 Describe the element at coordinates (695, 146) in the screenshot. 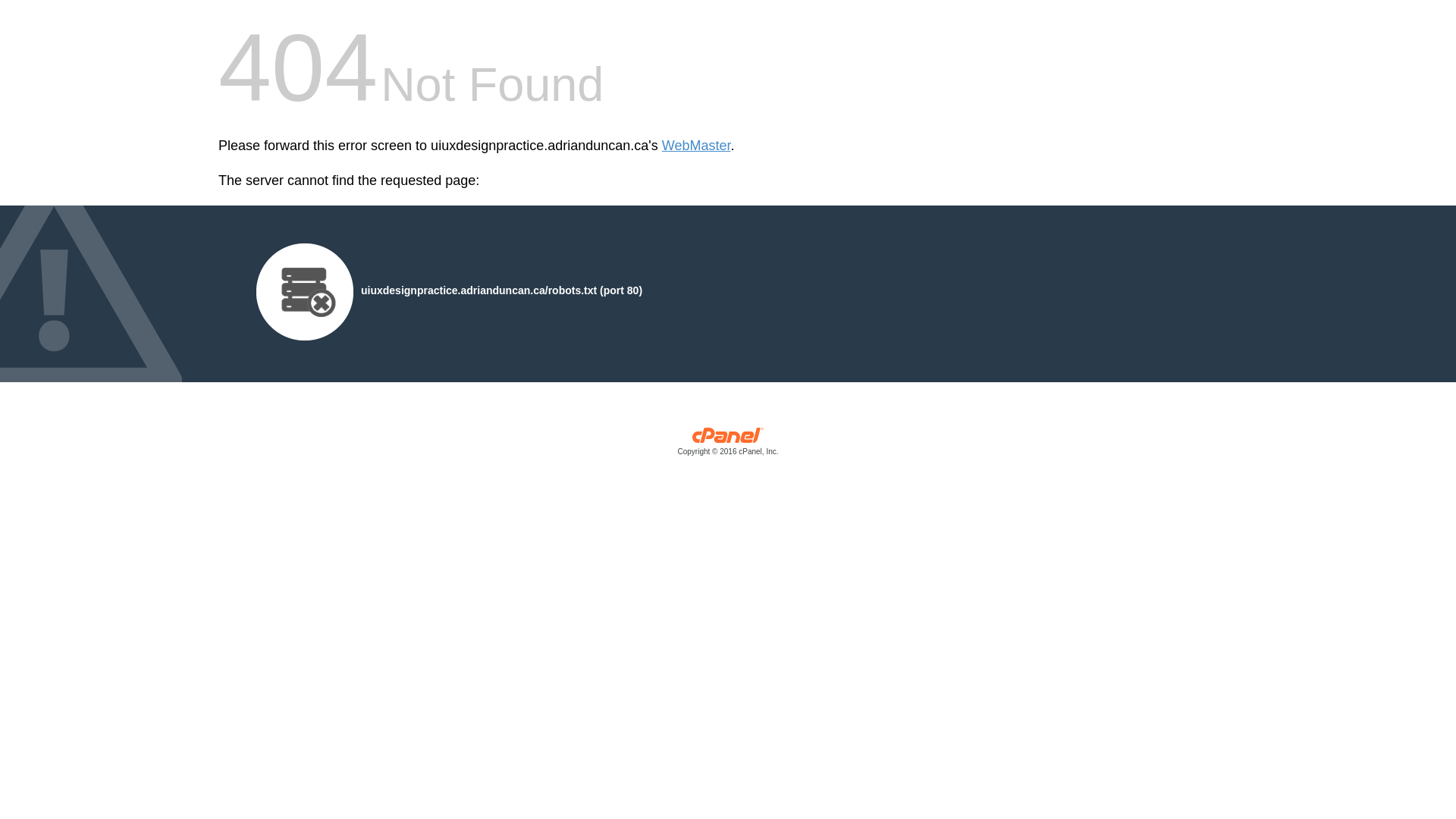

I see `'WebMaster'` at that location.